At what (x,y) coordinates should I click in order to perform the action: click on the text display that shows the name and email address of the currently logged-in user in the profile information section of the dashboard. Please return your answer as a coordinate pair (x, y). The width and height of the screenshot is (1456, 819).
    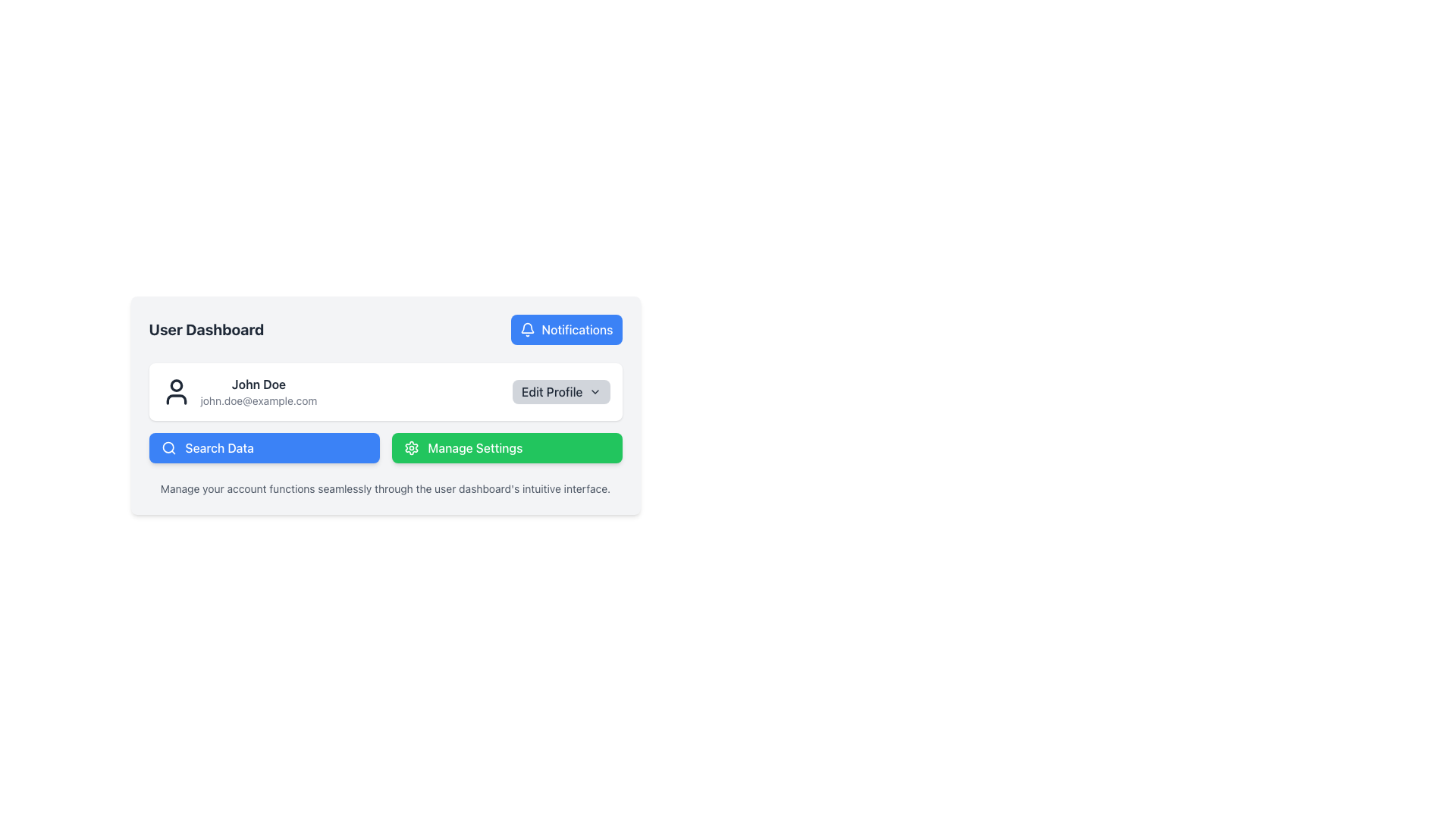
    Looking at the image, I should click on (259, 391).